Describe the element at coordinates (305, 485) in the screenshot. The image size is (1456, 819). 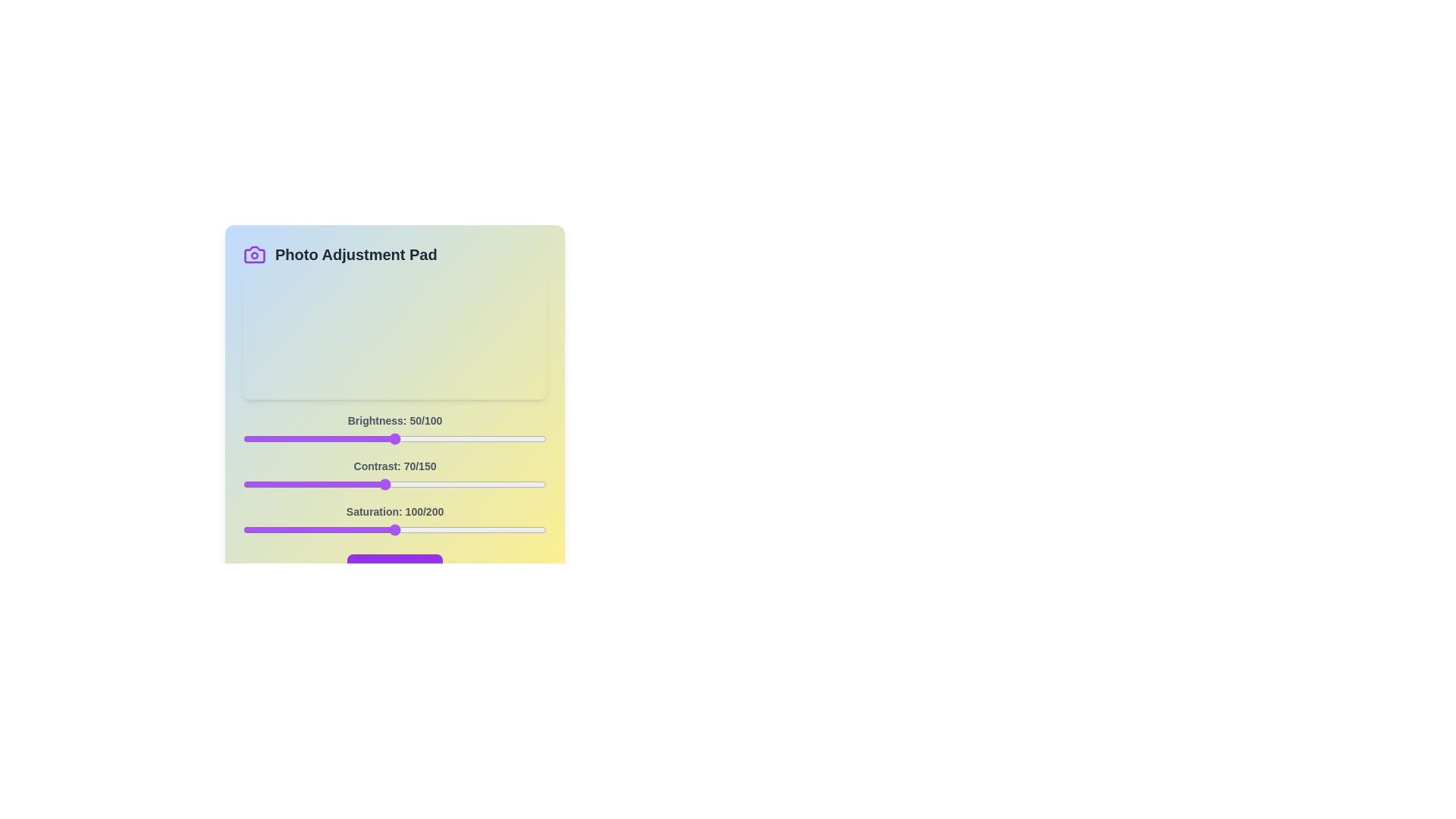
I see `the 1 slider to 31` at that location.